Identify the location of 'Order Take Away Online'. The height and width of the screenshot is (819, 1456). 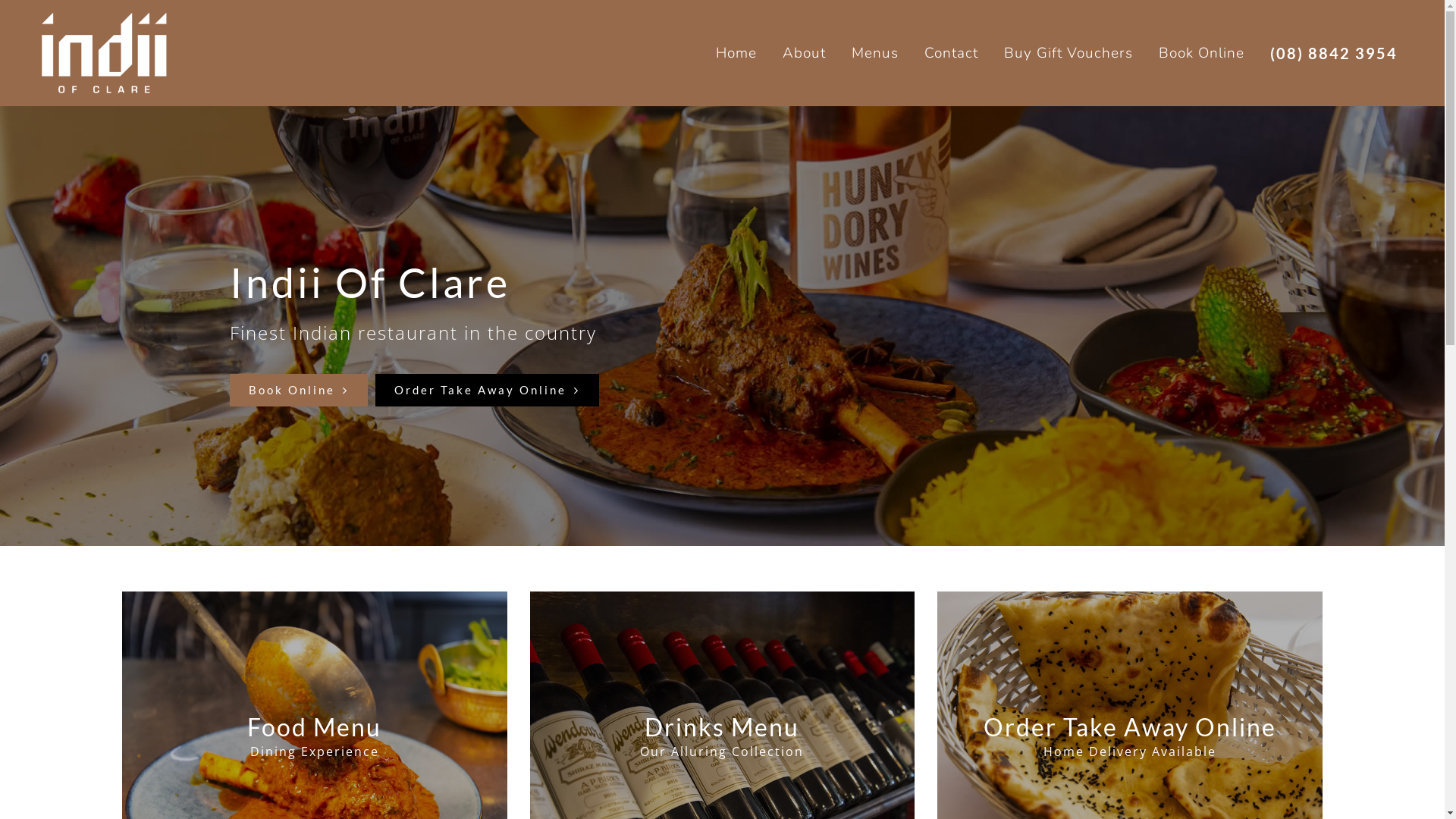
(375, 389).